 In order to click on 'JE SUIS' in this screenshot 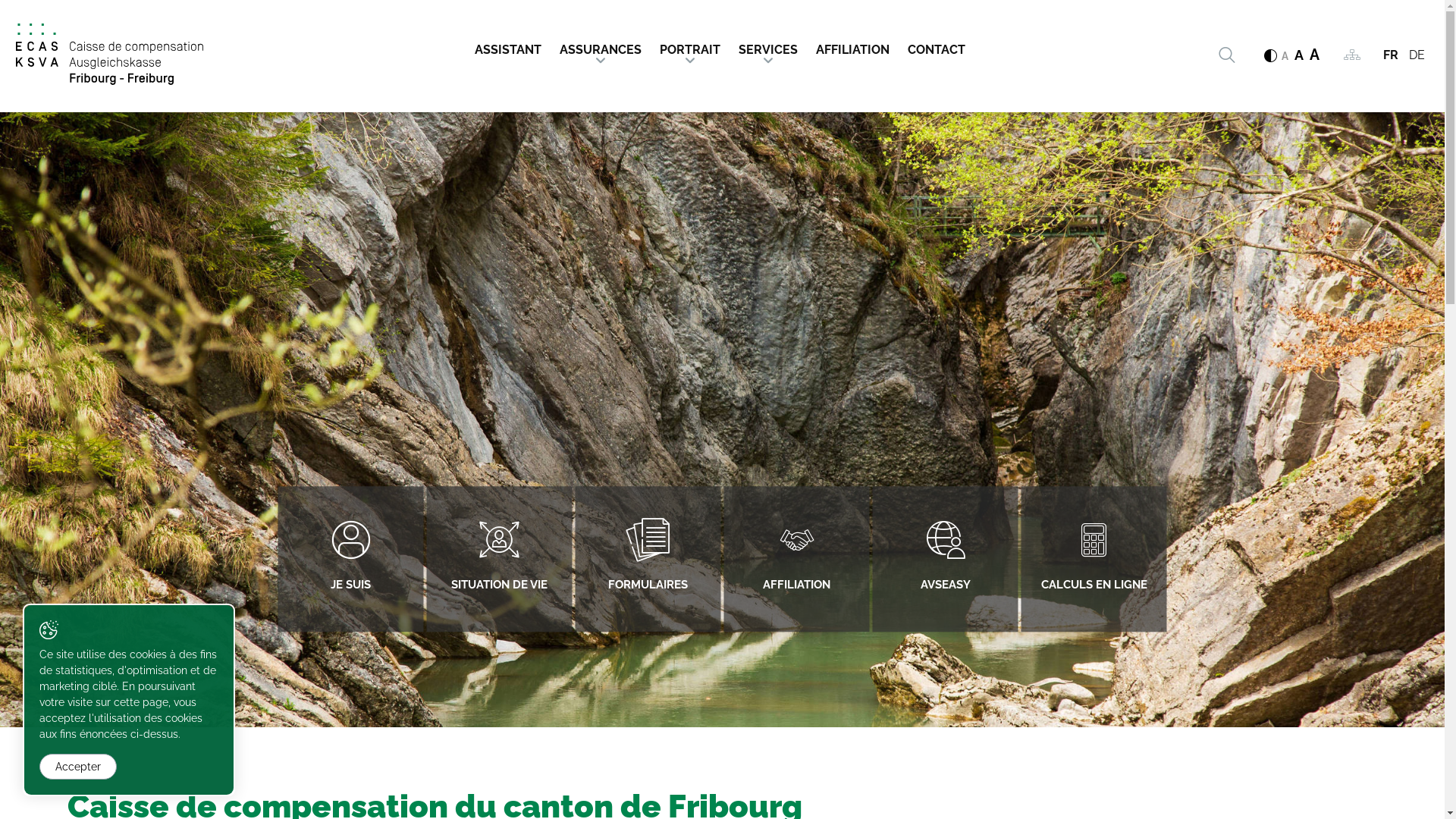, I will do `click(349, 559)`.